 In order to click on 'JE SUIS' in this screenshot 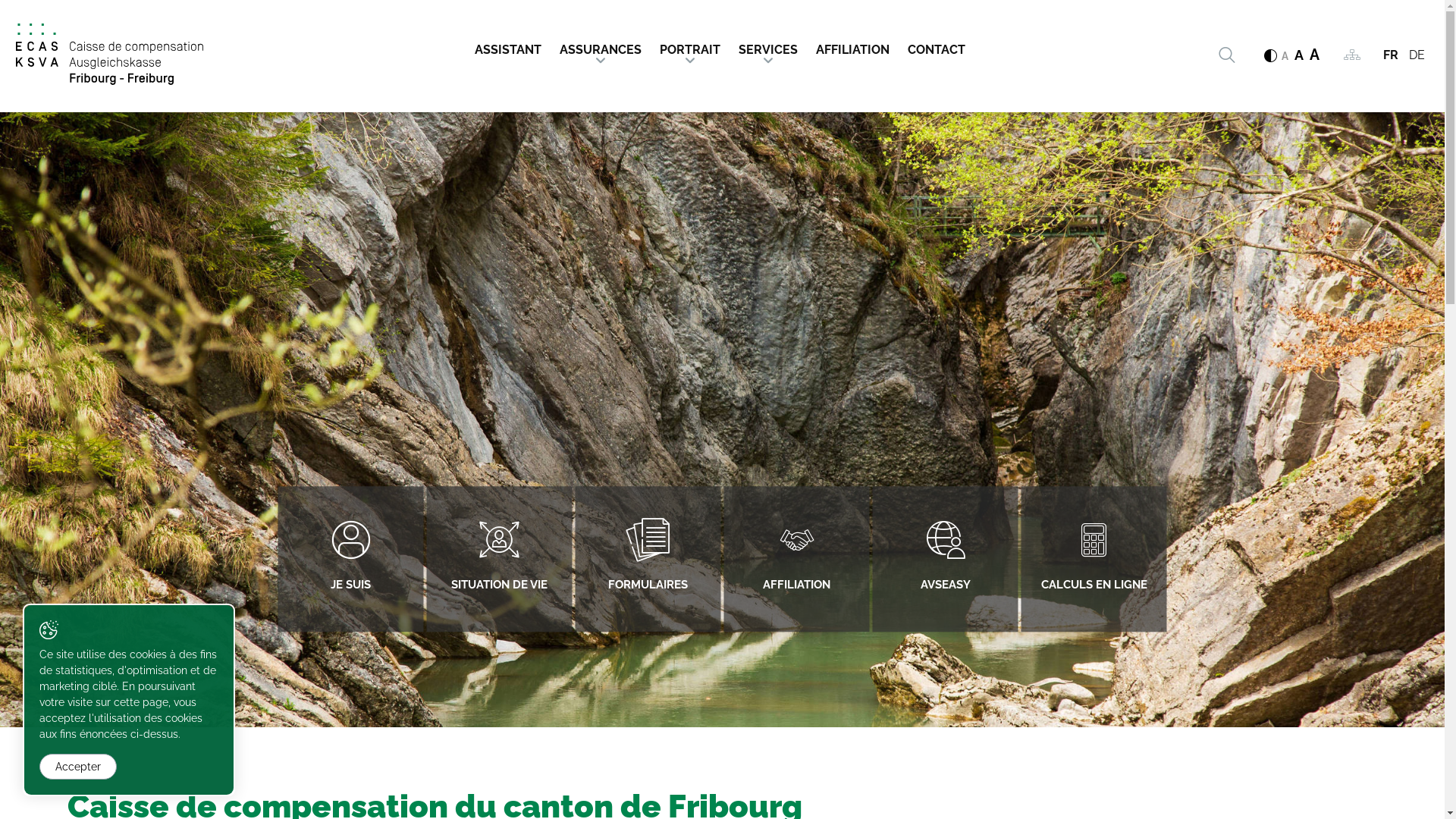, I will do `click(349, 559)`.